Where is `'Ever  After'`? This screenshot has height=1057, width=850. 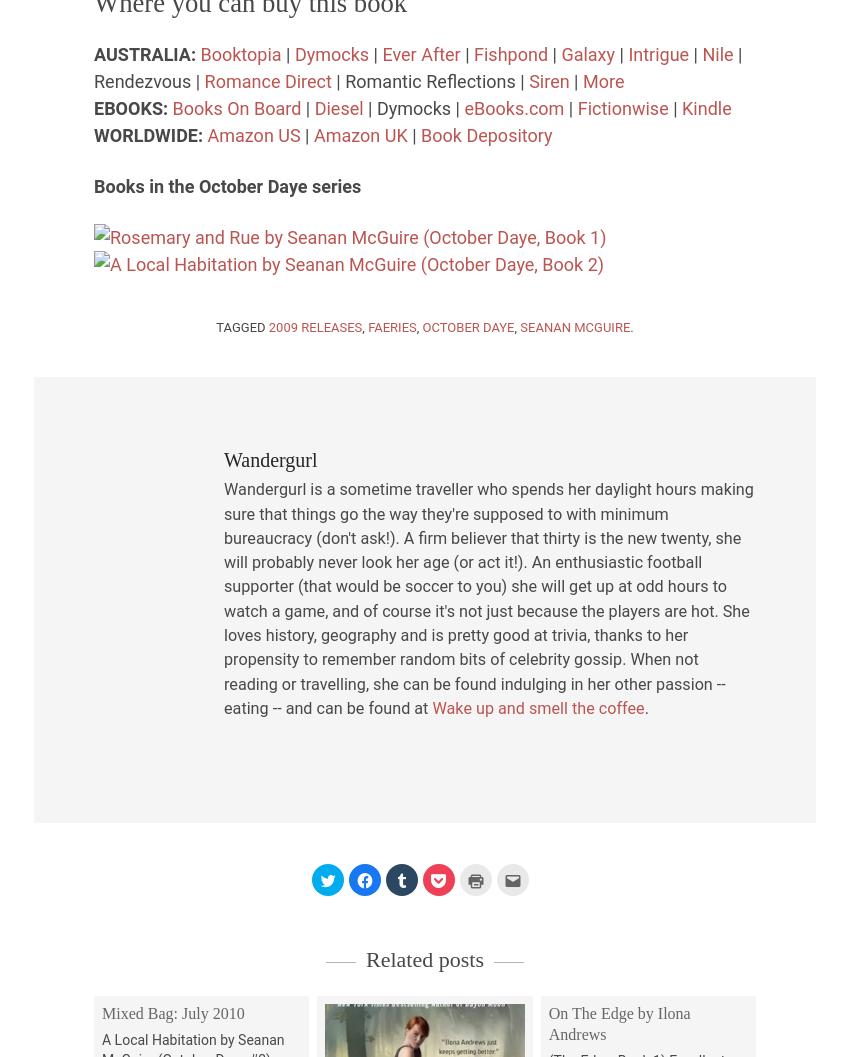 'Ever  After' is located at coordinates (421, 53).